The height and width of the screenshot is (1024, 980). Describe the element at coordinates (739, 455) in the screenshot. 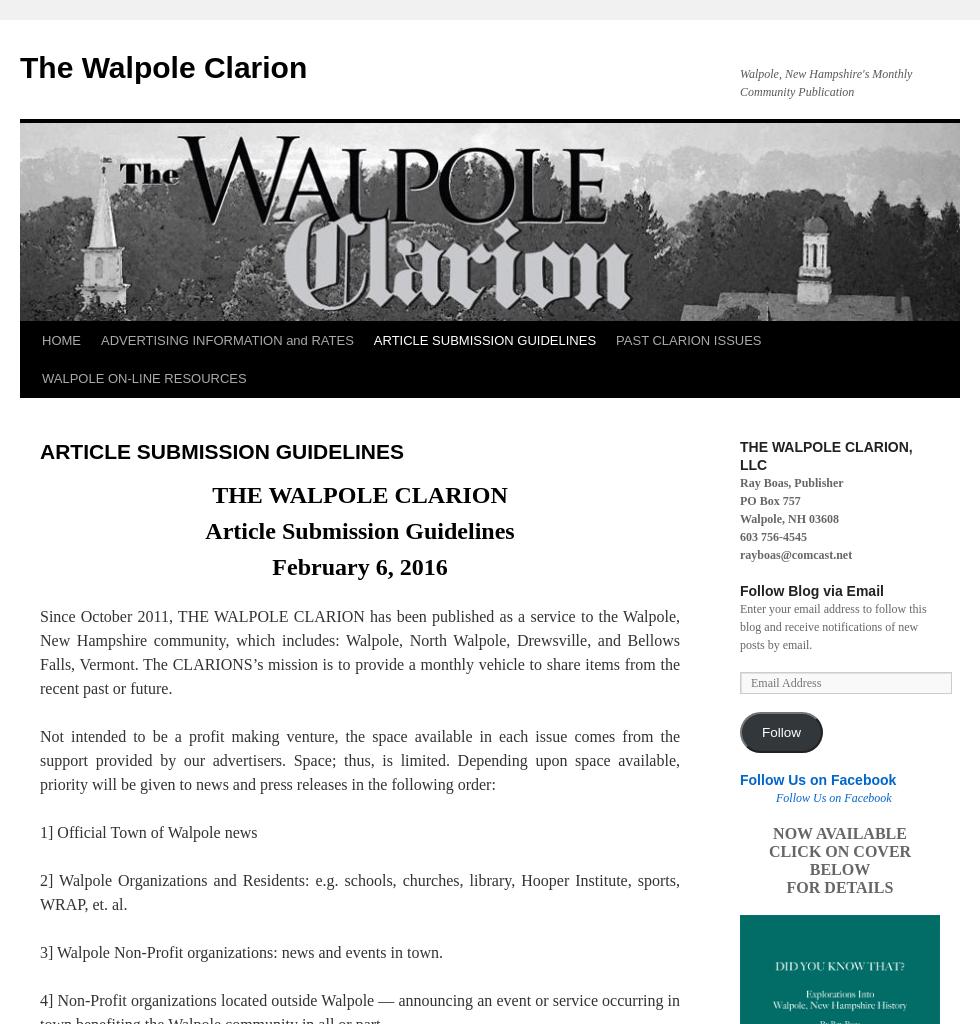

I see `'THE WALPOLE CLARION, LLC'` at that location.